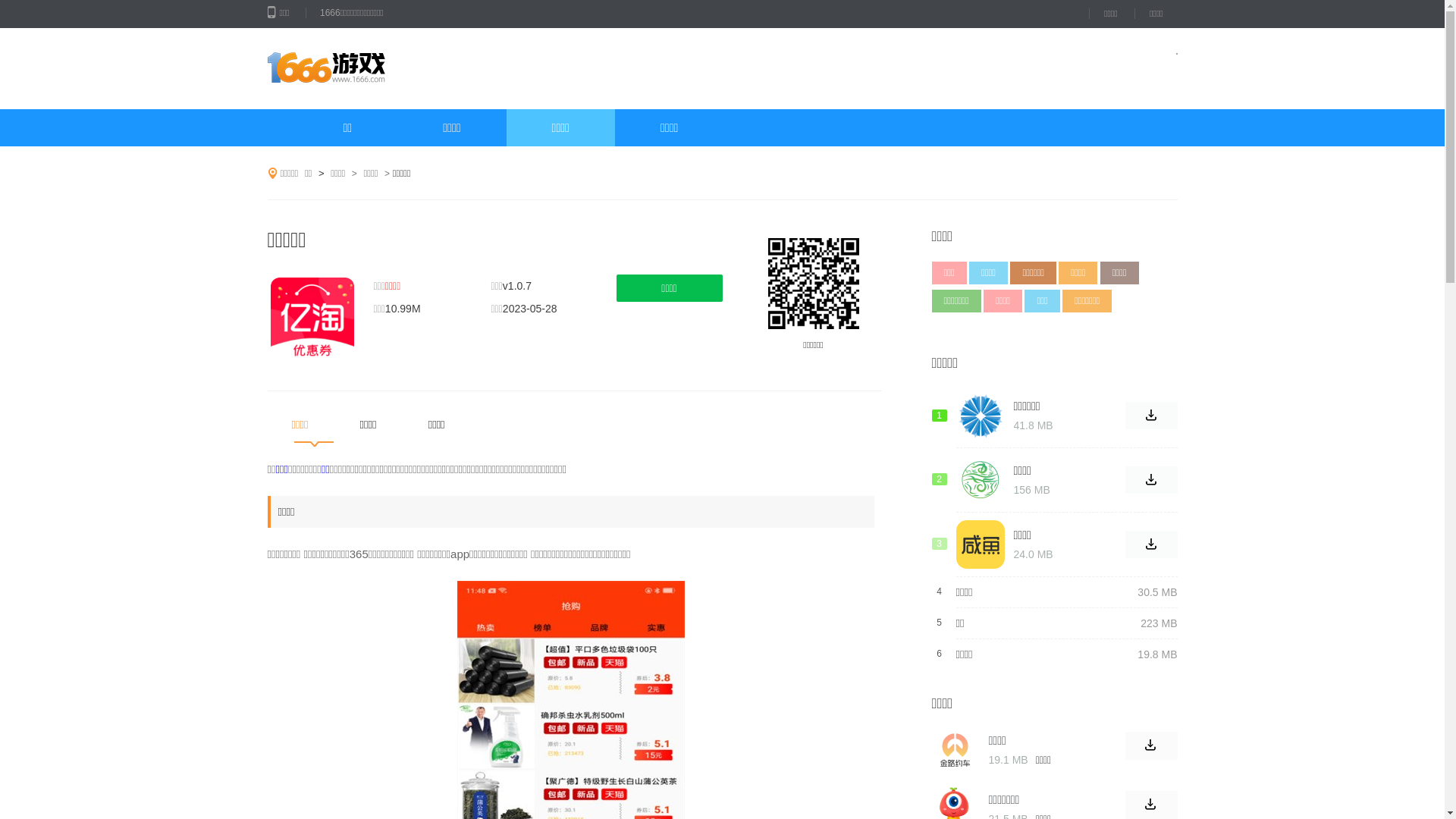 This screenshot has width=1456, height=819. Describe the element at coordinates (811, 284) in the screenshot. I see `'http://m.1666.com/az/v190419.html'` at that location.